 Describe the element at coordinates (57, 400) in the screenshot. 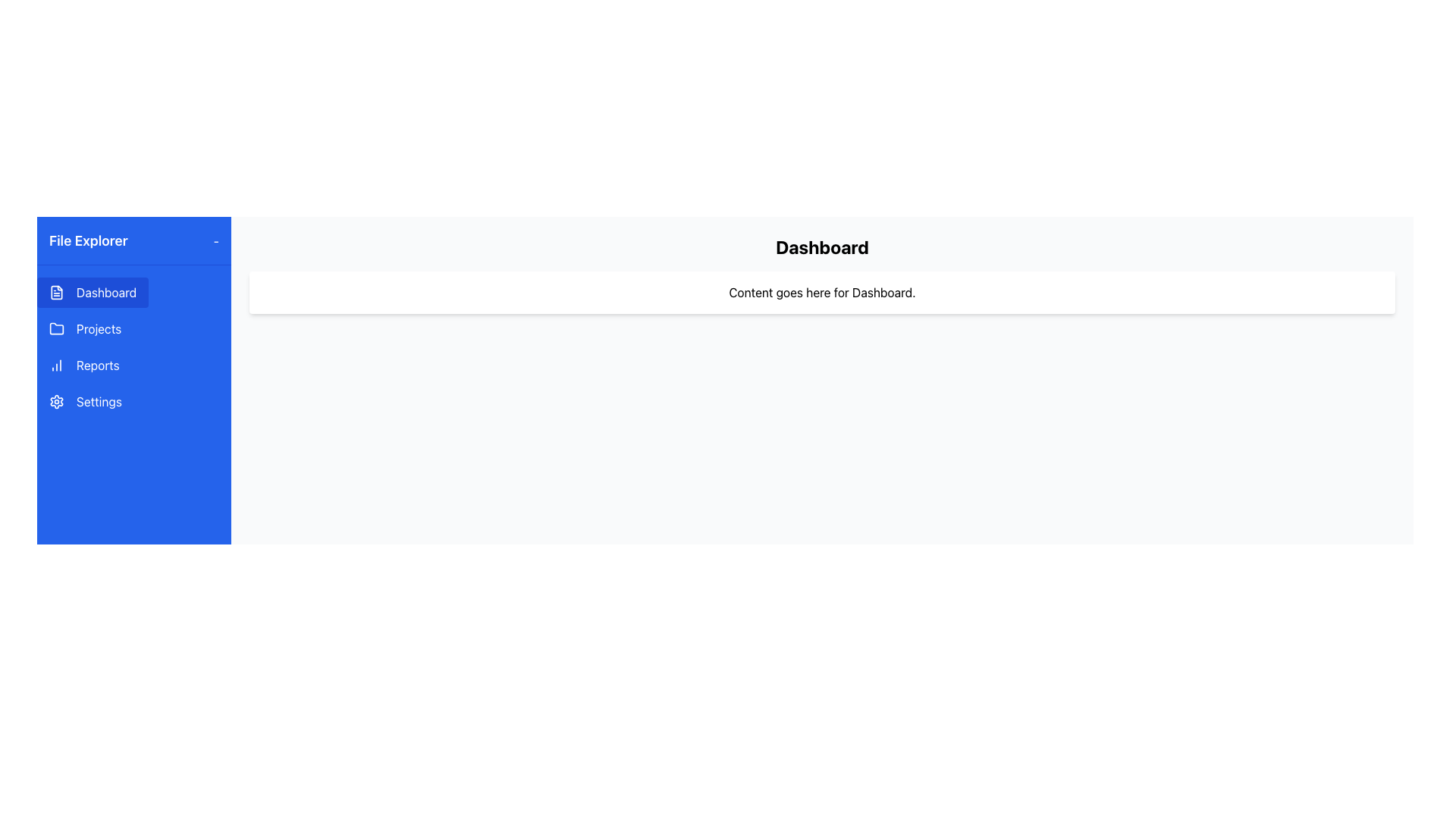

I see `the settings button located to the left of the 'Settings' text in the vertical sidebar` at that location.